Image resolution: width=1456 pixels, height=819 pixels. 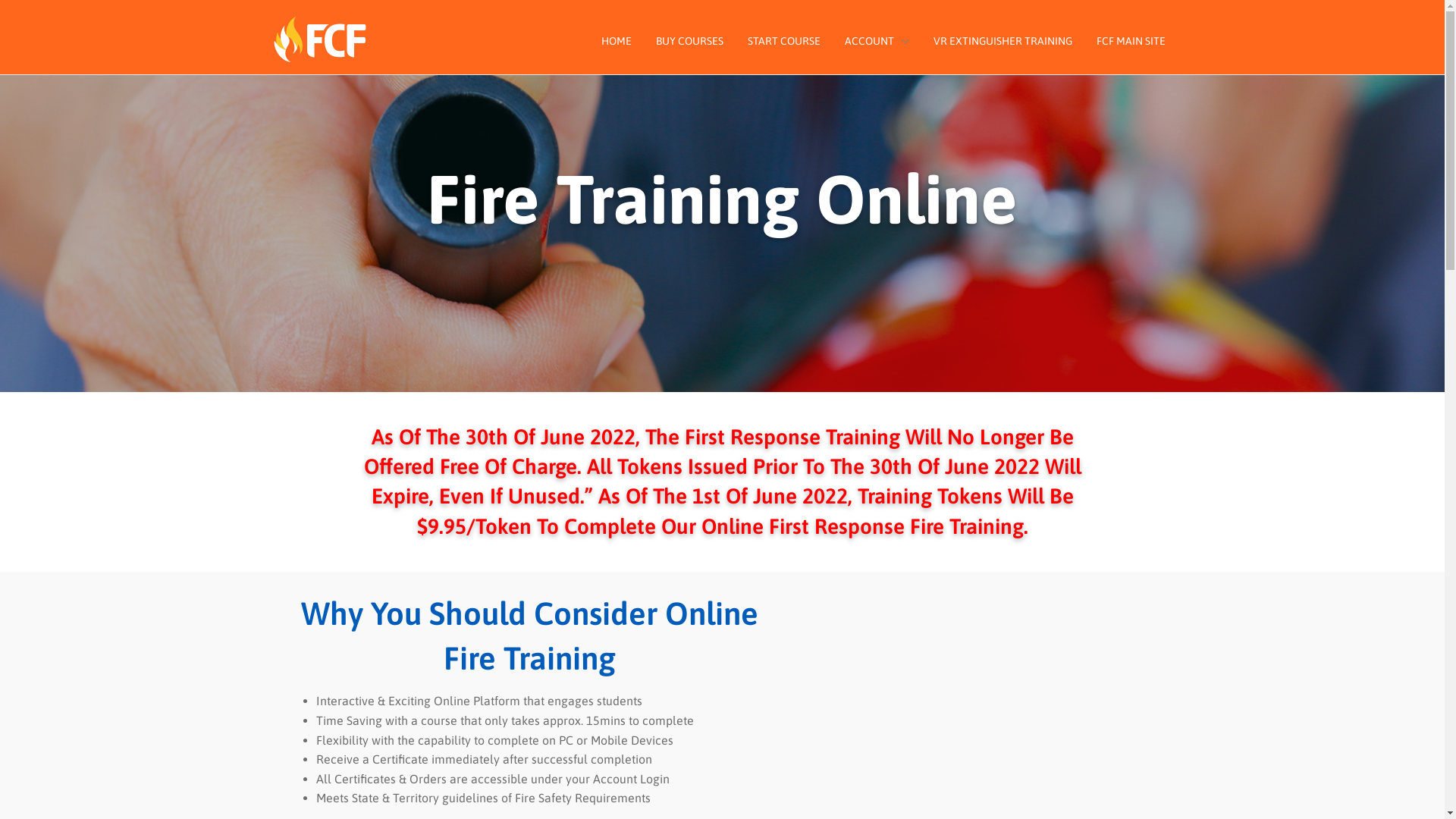 I want to click on 'FCF MAIN SITE', so click(x=1131, y=39).